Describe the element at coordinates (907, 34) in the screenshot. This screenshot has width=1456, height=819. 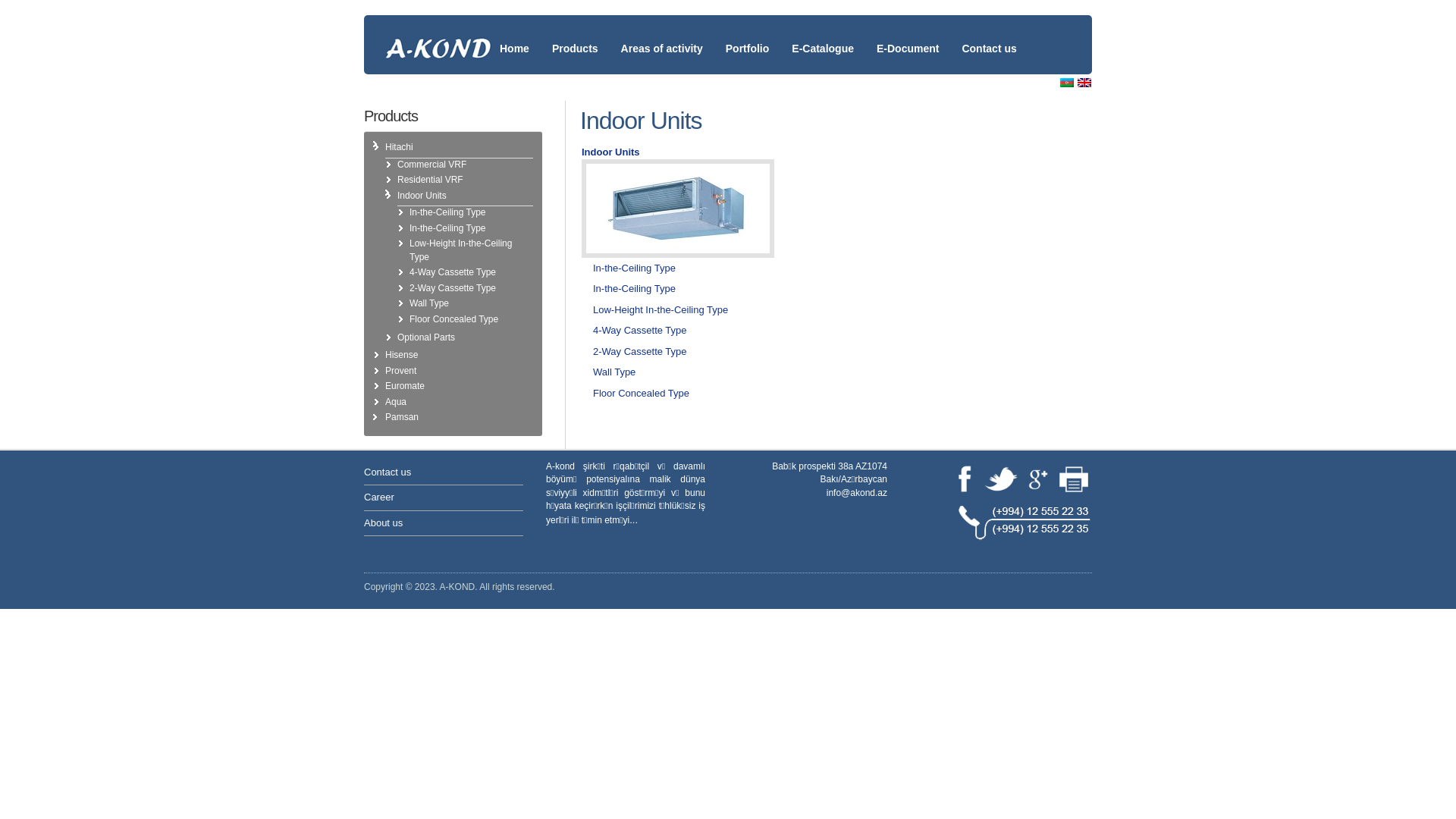
I see `'E-Document'` at that location.